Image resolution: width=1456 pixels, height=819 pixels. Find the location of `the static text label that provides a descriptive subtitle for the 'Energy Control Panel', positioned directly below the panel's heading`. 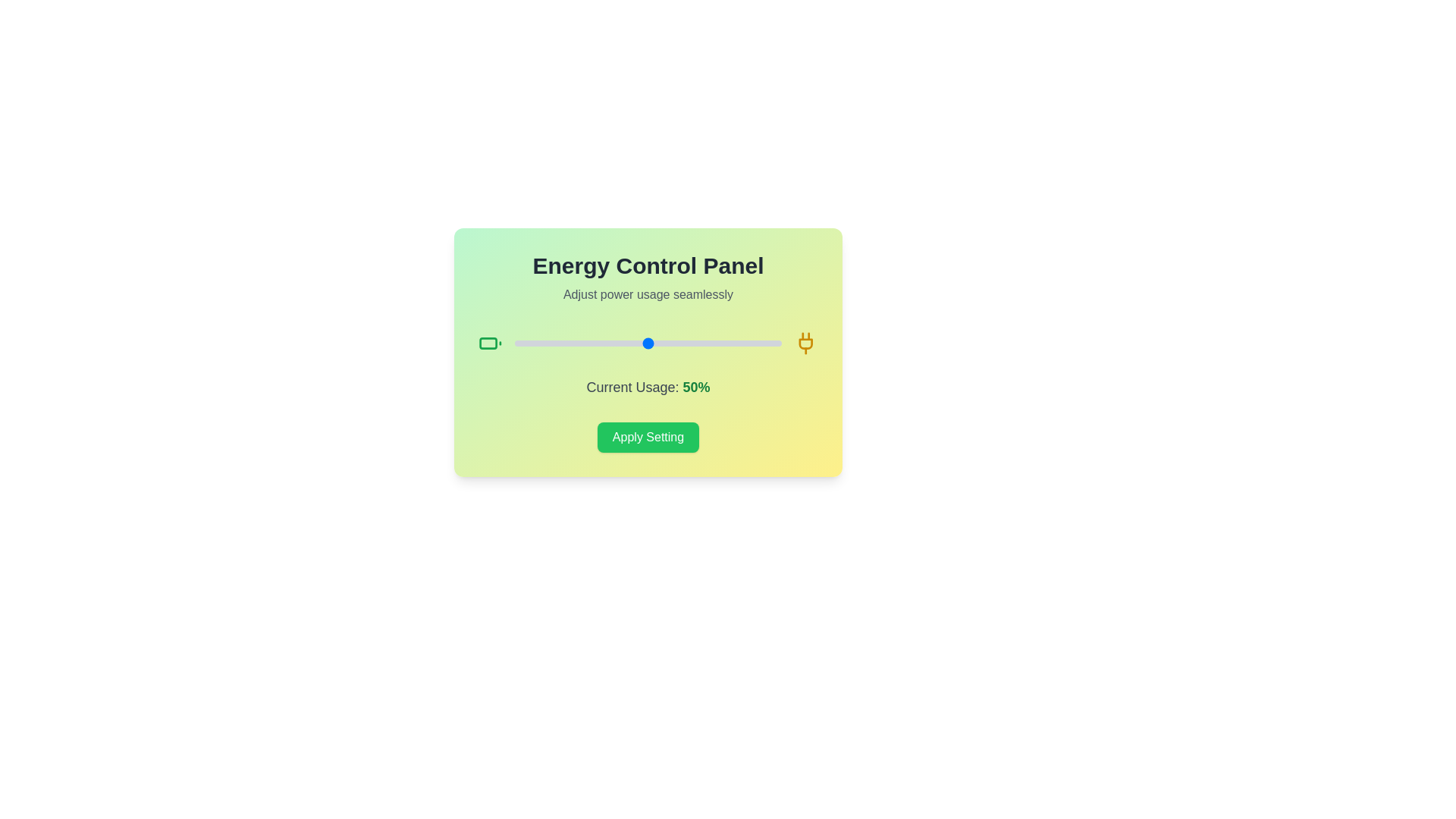

the static text label that provides a descriptive subtitle for the 'Energy Control Panel', positioned directly below the panel's heading is located at coordinates (648, 295).